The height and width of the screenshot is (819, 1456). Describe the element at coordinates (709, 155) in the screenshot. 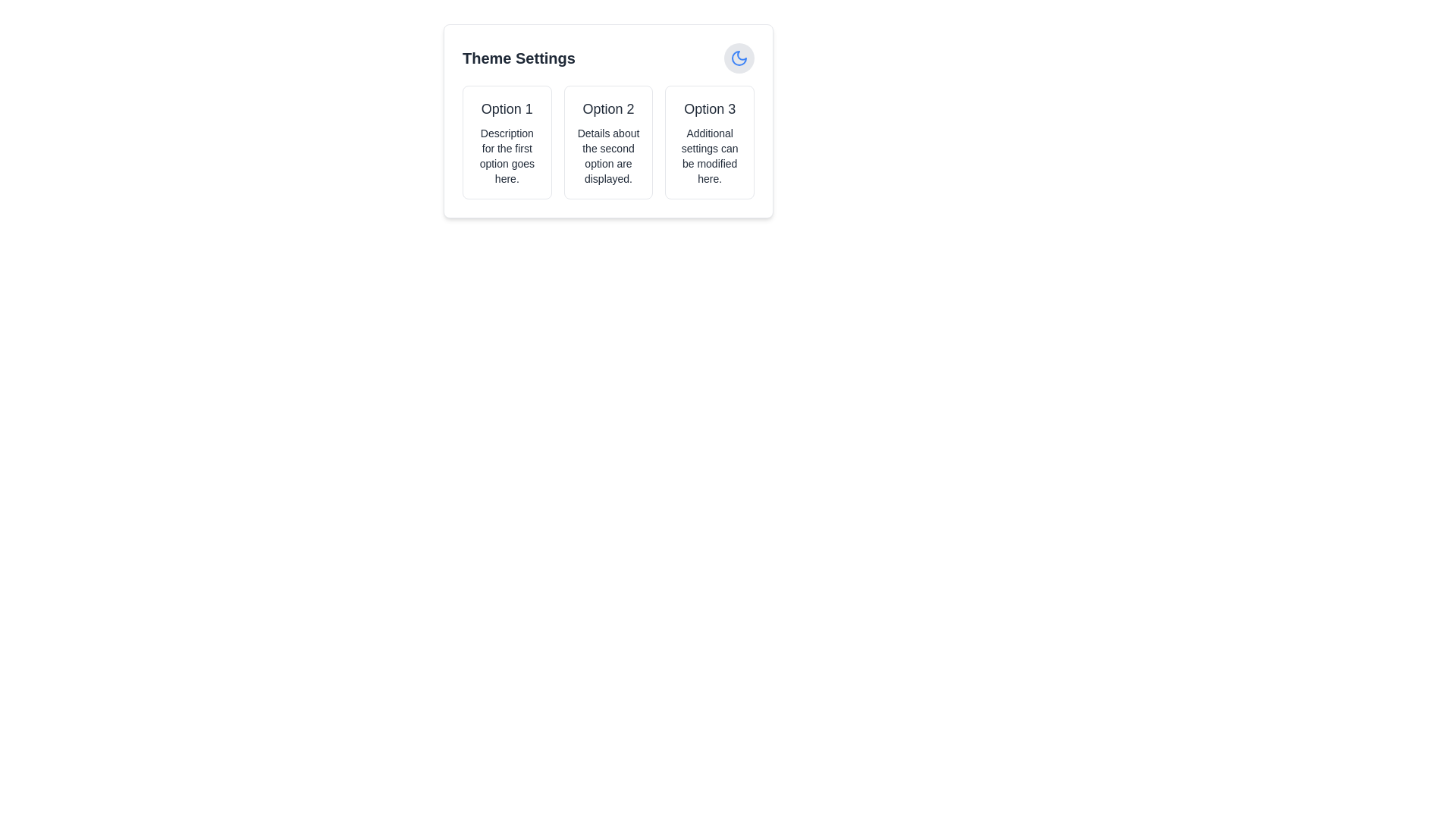

I see `the text element that provides additional information related to the 'Option 3' setting, positioned beneath the 'Option 3' header in the third column of the layout` at that location.